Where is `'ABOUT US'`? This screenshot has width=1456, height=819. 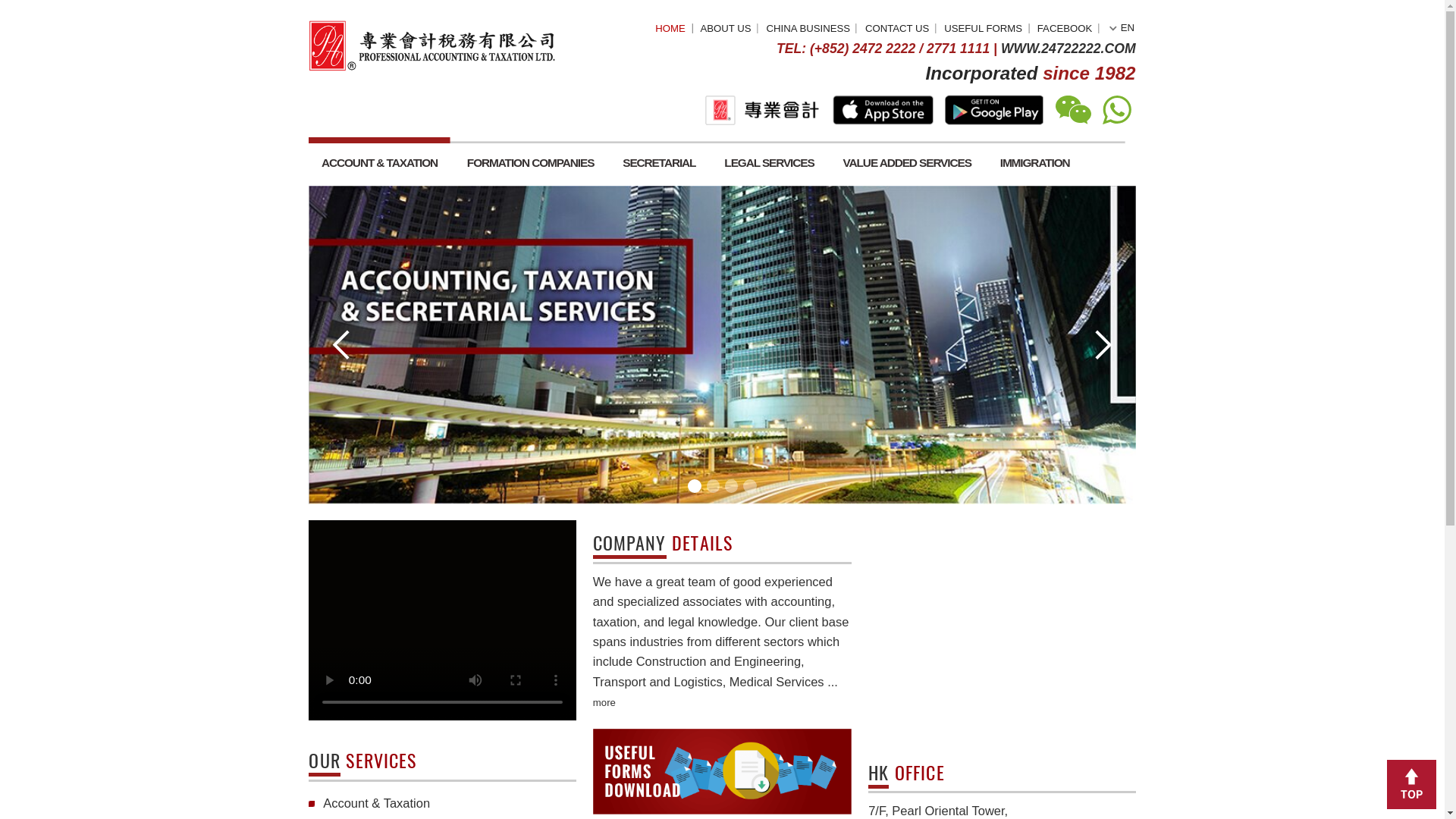
'ABOUT US' is located at coordinates (660, 17).